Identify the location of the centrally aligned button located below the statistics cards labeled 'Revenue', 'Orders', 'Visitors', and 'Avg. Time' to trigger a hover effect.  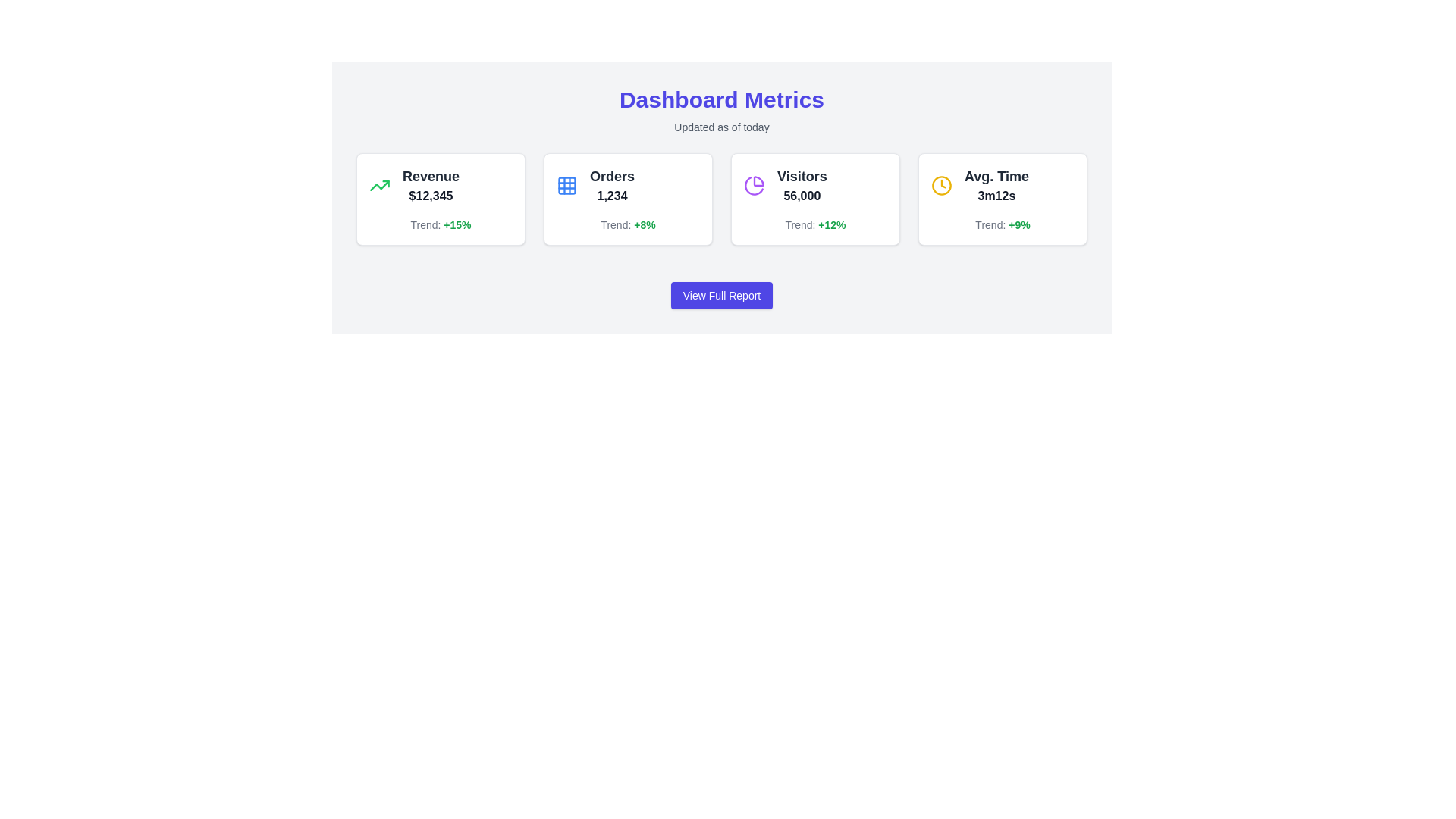
(720, 295).